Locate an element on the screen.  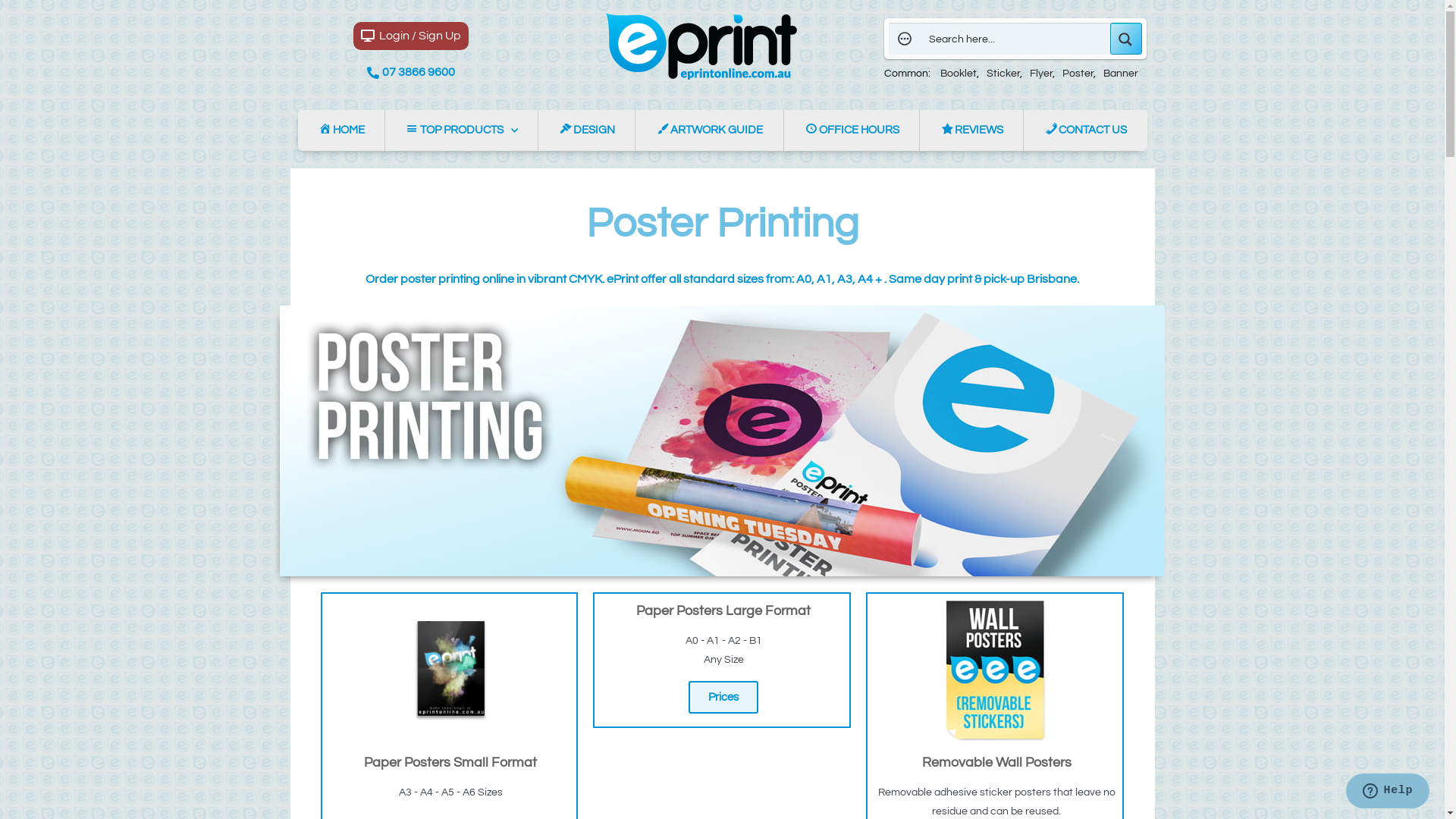
'Booklet' is located at coordinates (959, 73).